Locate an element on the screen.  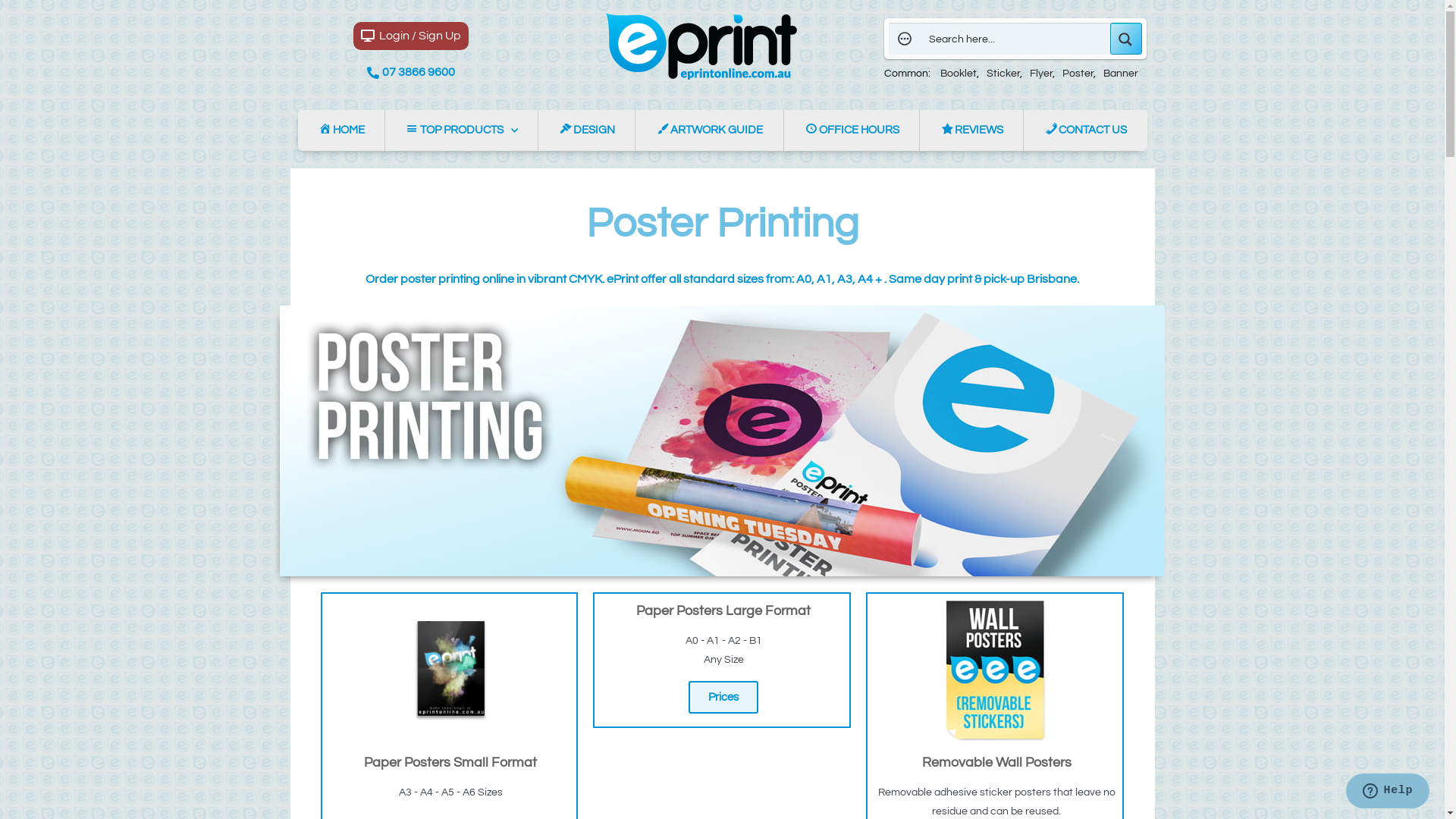
'Booklet' is located at coordinates (959, 73).